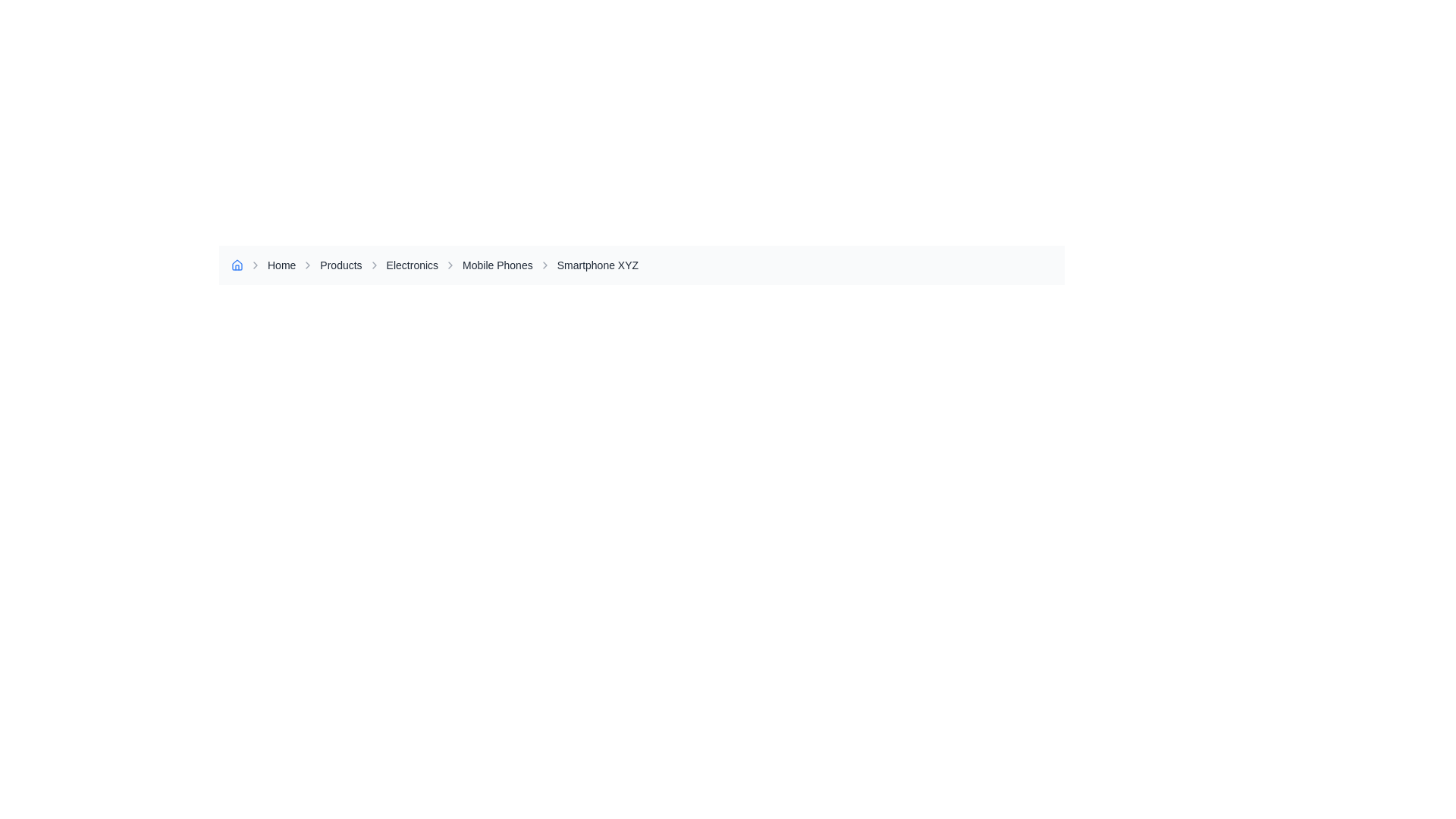 The width and height of the screenshot is (1456, 819). I want to click on the 'Products' link in the breadcrumb navigation, so click(331, 265).